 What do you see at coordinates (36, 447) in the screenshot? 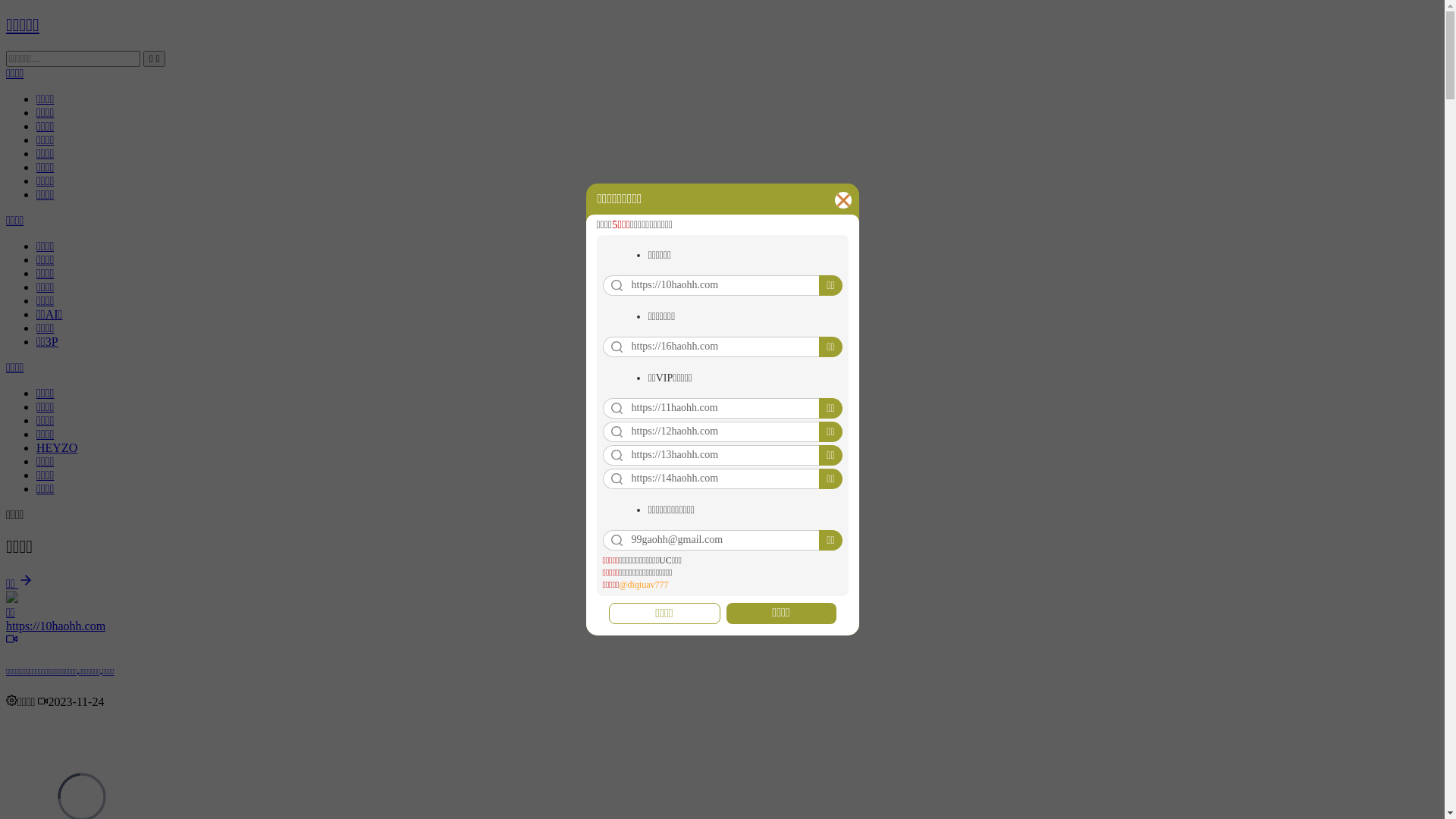
I see `'HEYZO'` at bounding box center [36, 447].